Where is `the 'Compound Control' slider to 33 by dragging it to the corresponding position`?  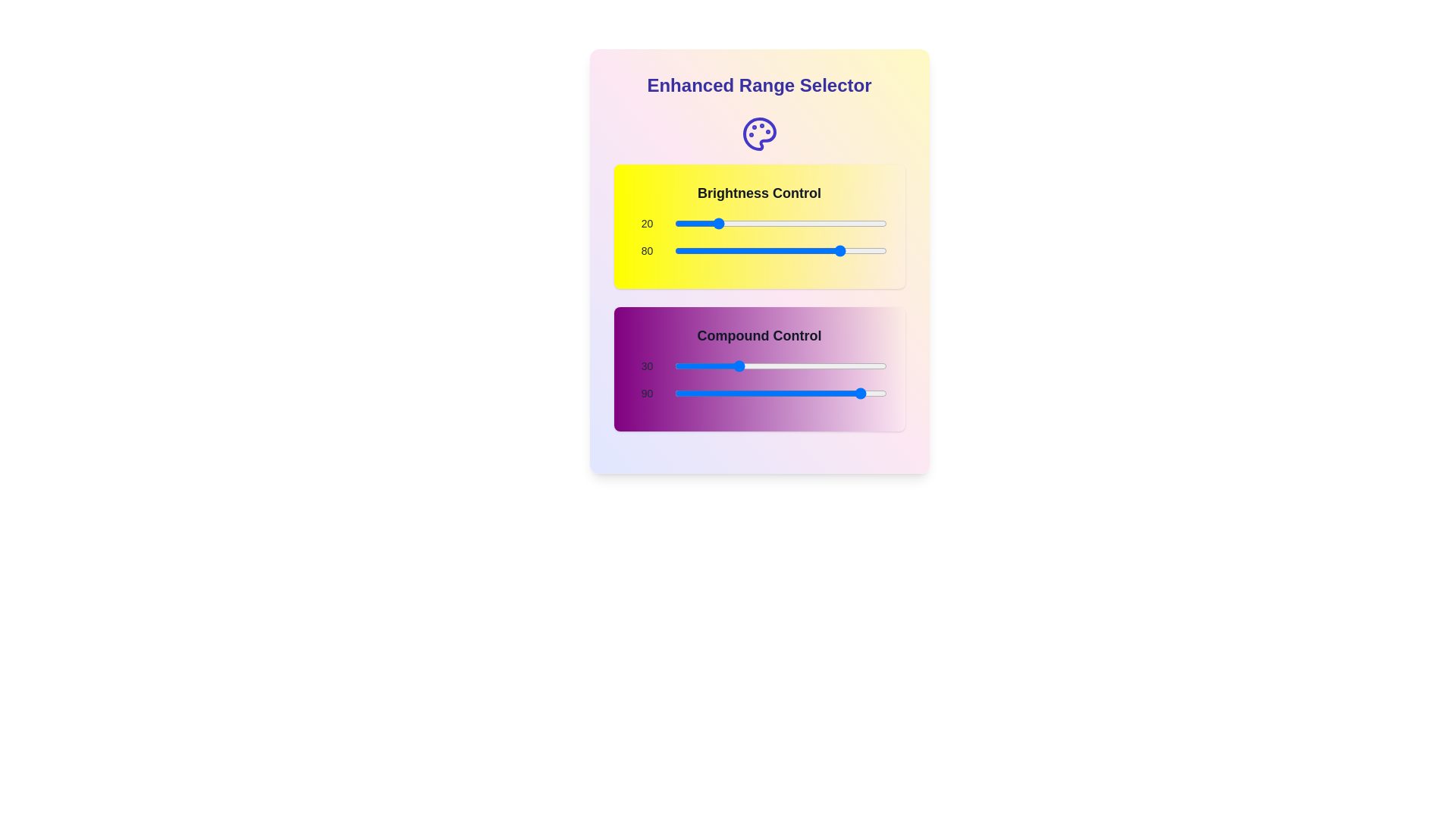 the 'Compound Control' slider to 33 by dragging it to the corresponding position is located at coordinates (742, 366).